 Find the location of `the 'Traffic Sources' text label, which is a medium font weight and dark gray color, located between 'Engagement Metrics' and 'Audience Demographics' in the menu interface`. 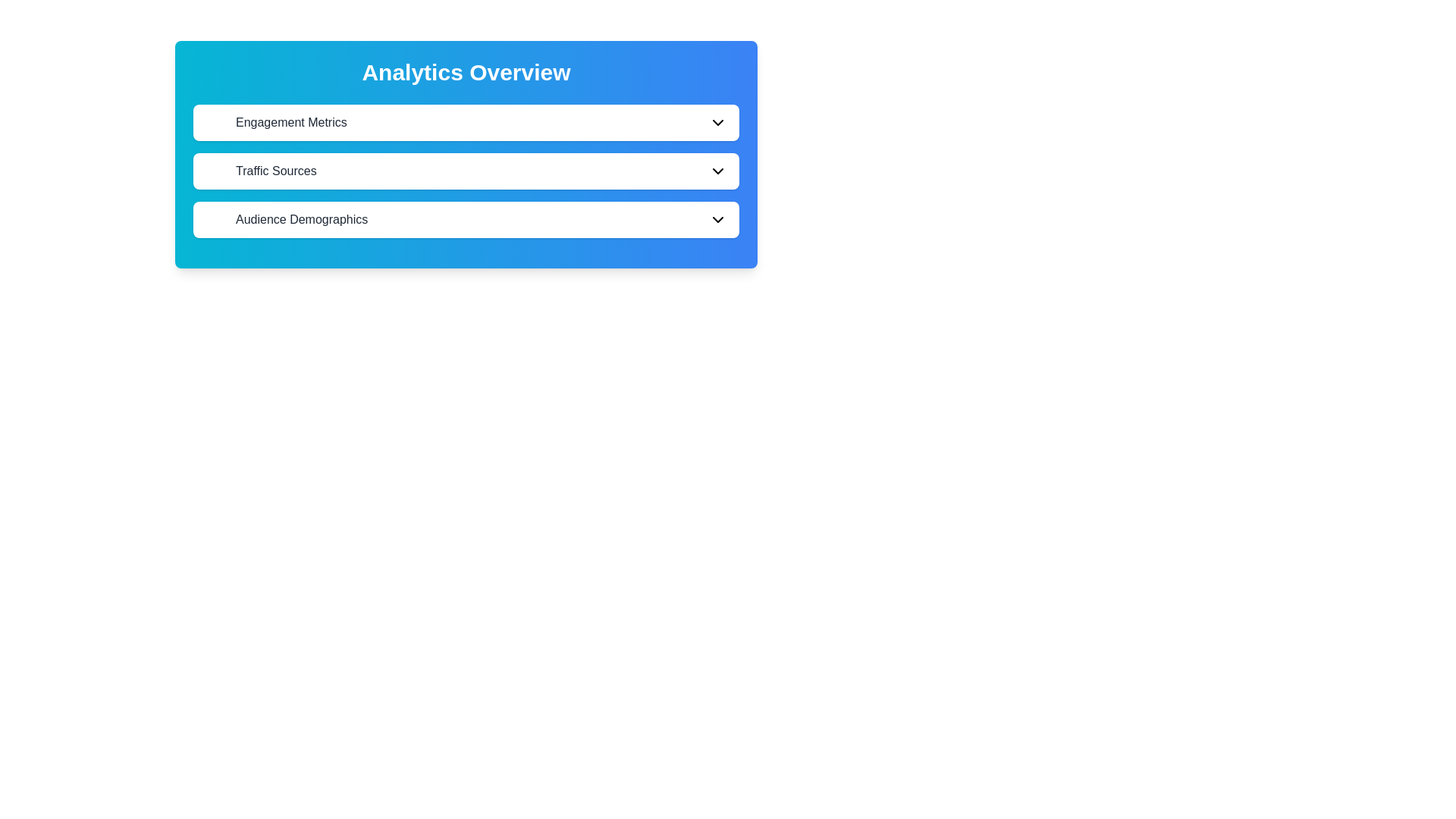

the 'Traffic Sources' text label, which is a medium font weight and dark gray color, located between 'Engagement Metrics' and 'Audience Demographics' in the menu interface is located at coordinates (276, 171).